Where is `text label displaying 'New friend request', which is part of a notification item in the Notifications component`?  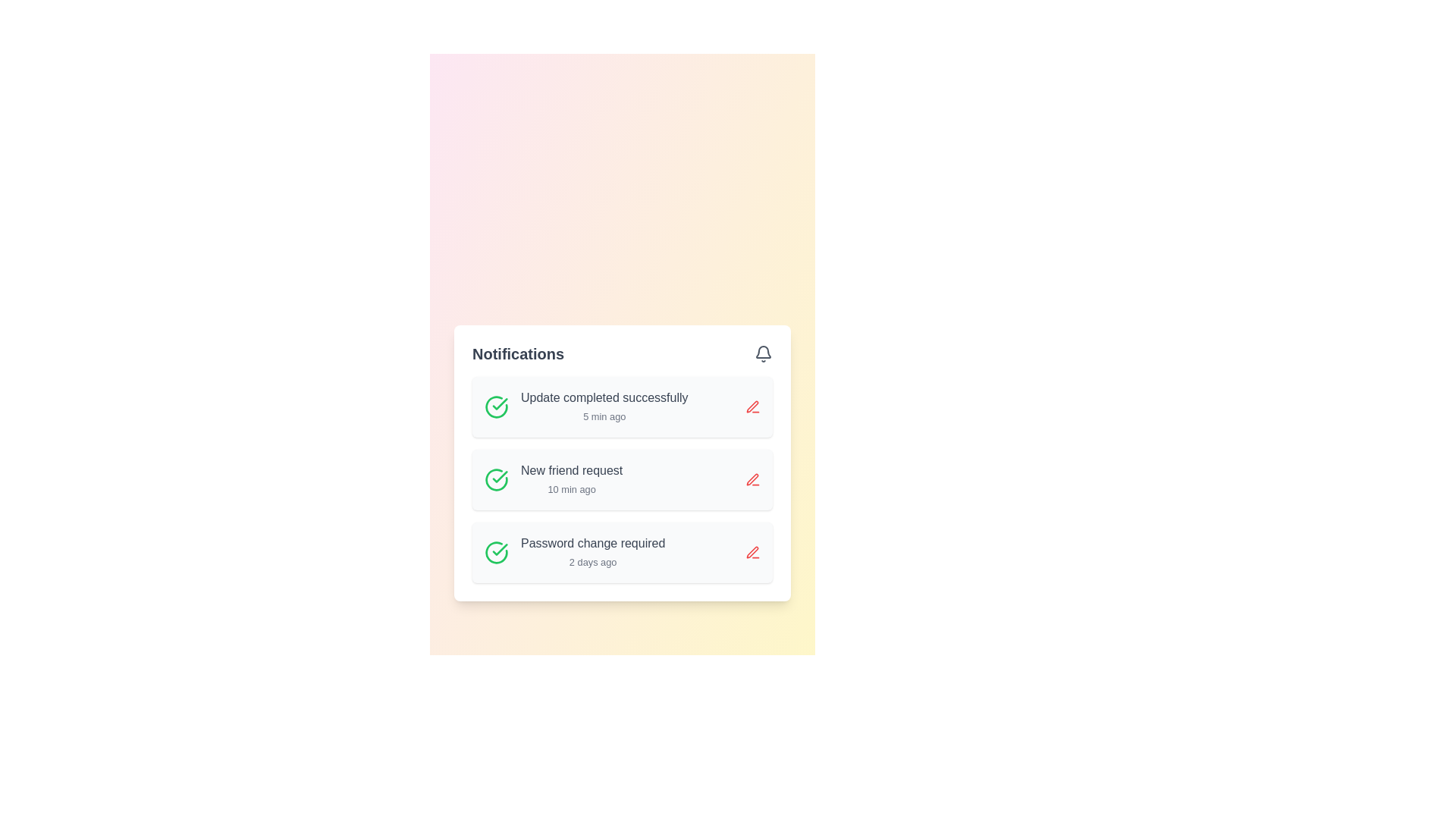 text label displaying 'New friend request', which is part of a notification item in the Notifications component is located at coordinates (571, 470).